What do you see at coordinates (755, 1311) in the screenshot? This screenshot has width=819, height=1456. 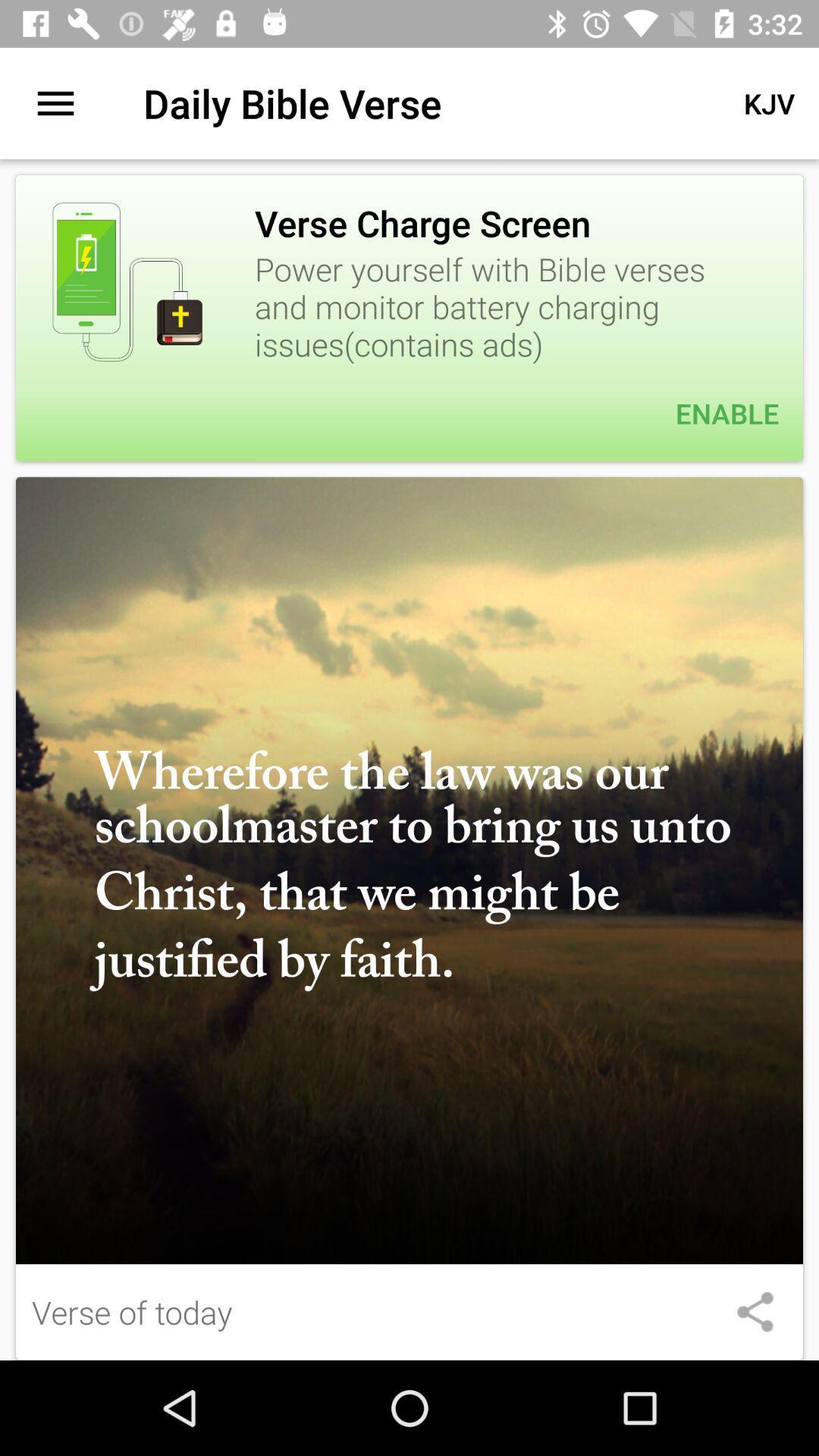 I see `share content` at bounding box center [755, 1311].